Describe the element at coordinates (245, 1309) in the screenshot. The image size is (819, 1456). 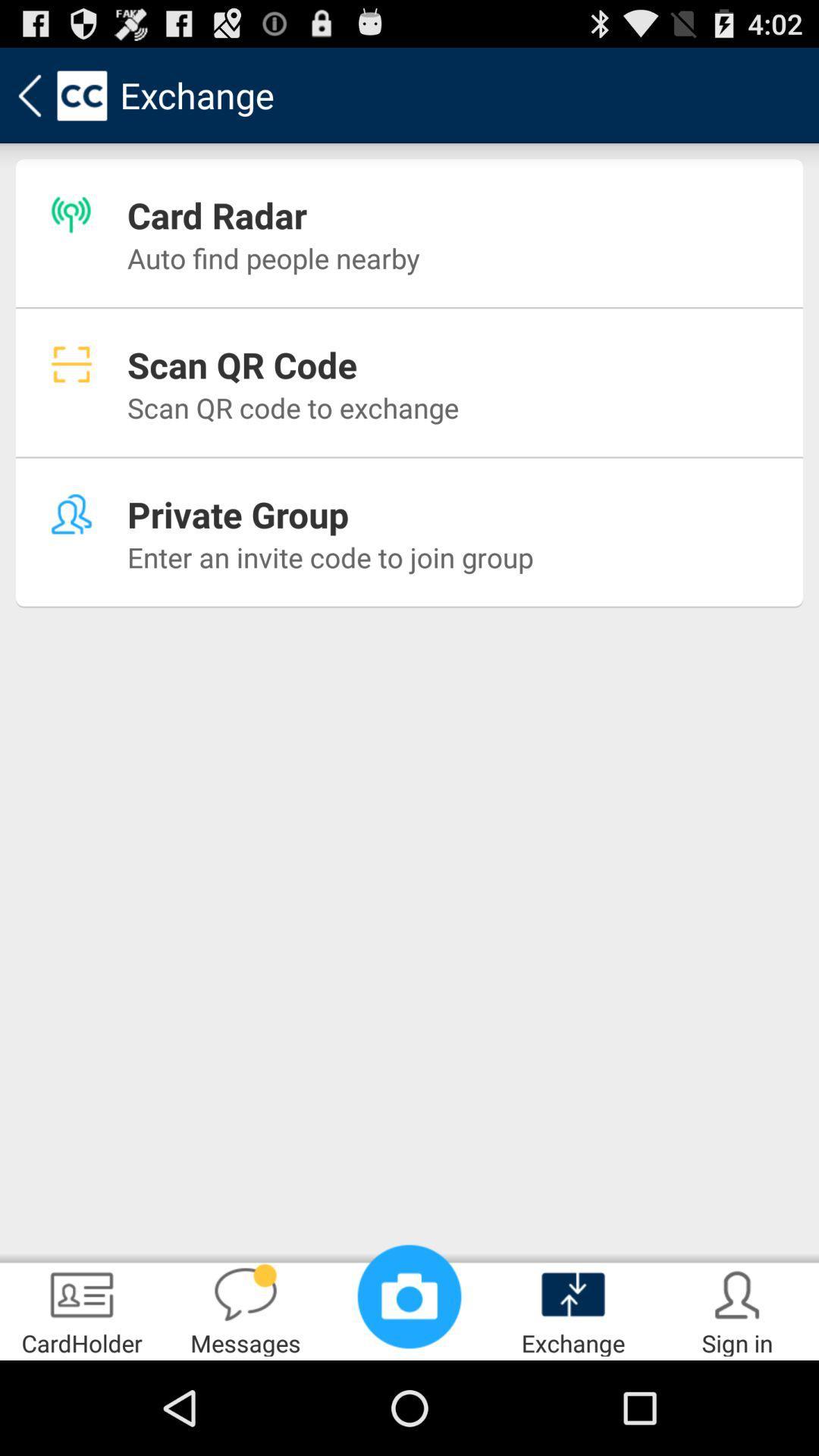
I see `the app below the enter an invite item` at that location.